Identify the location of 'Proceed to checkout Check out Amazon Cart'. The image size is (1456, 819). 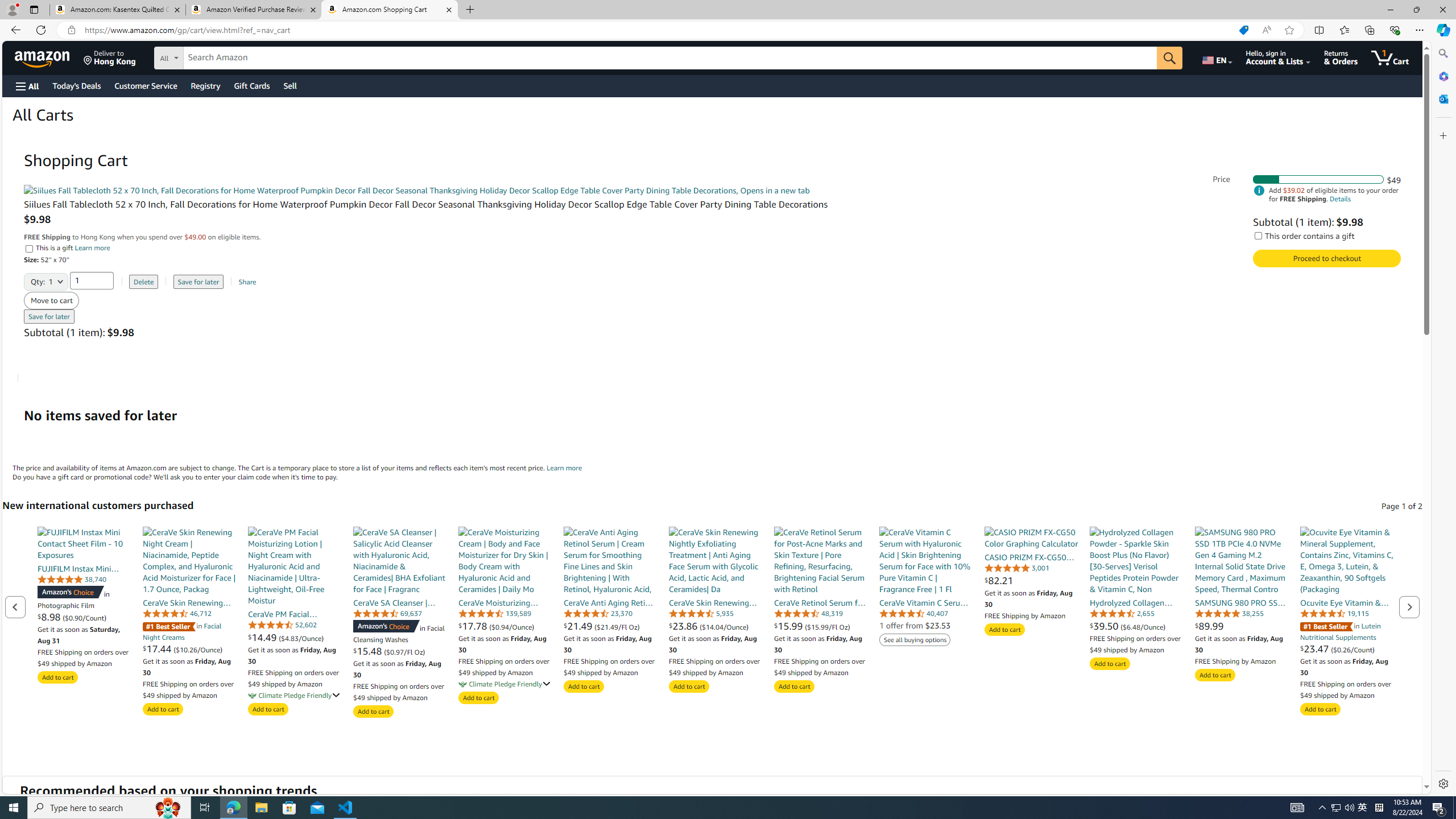
(1326, 259).